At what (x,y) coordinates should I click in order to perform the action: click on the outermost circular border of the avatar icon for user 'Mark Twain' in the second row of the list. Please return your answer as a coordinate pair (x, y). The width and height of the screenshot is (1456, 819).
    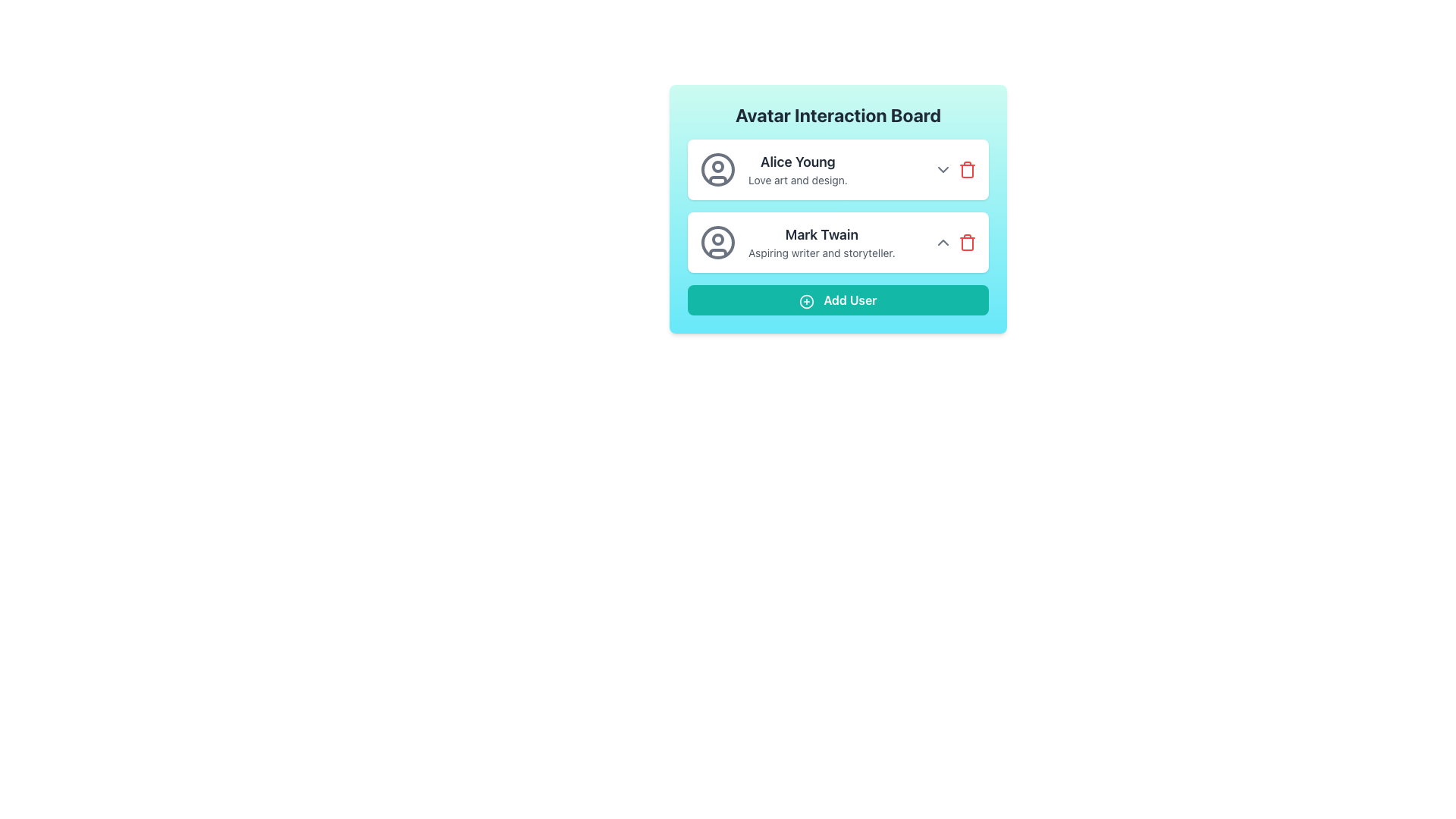
    Looking at the image, I should click on (717, 242).